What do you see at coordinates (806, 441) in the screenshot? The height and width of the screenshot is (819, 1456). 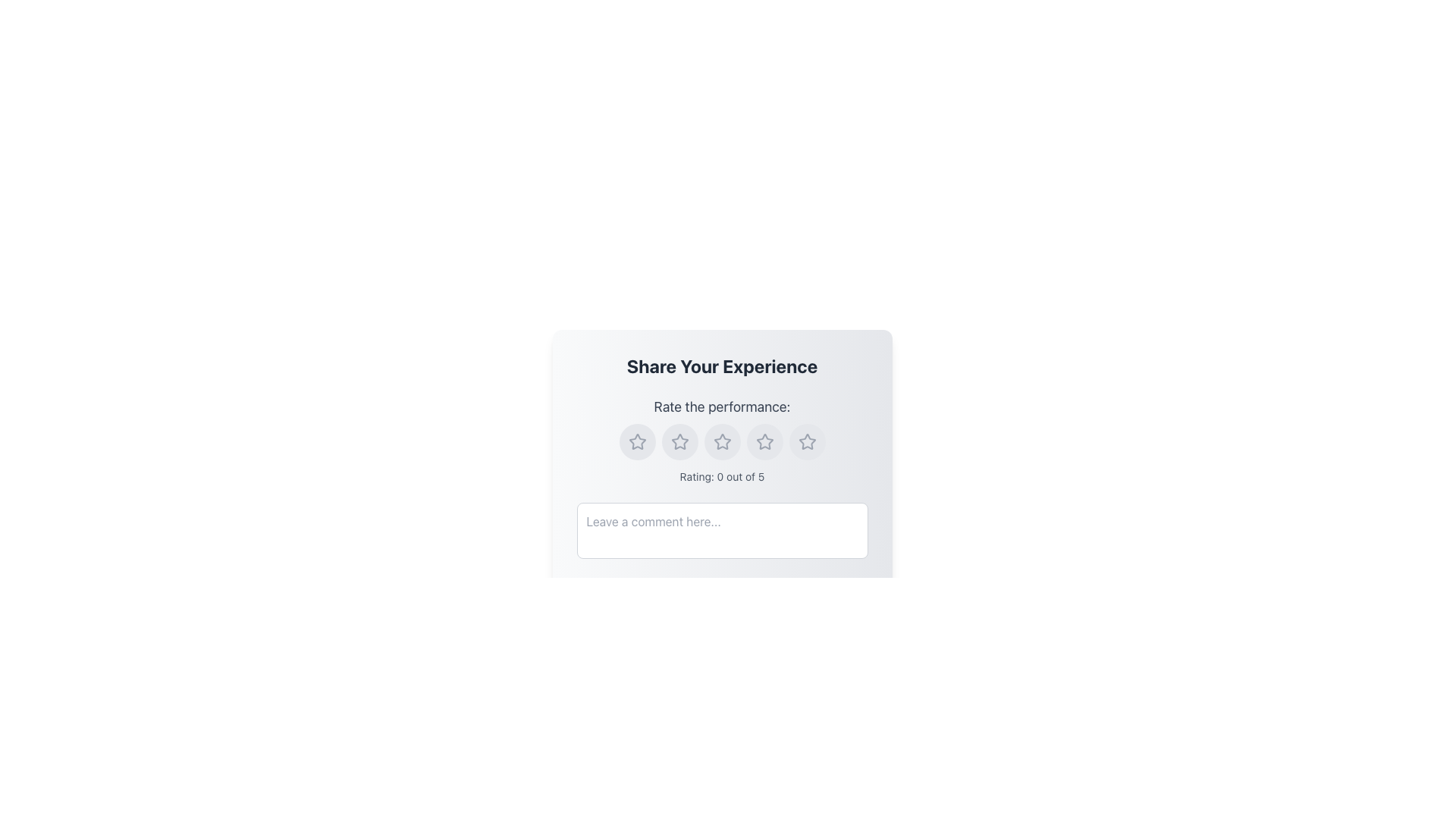 I see `the fifth star in the rating system` at bounding box center [806, 441].